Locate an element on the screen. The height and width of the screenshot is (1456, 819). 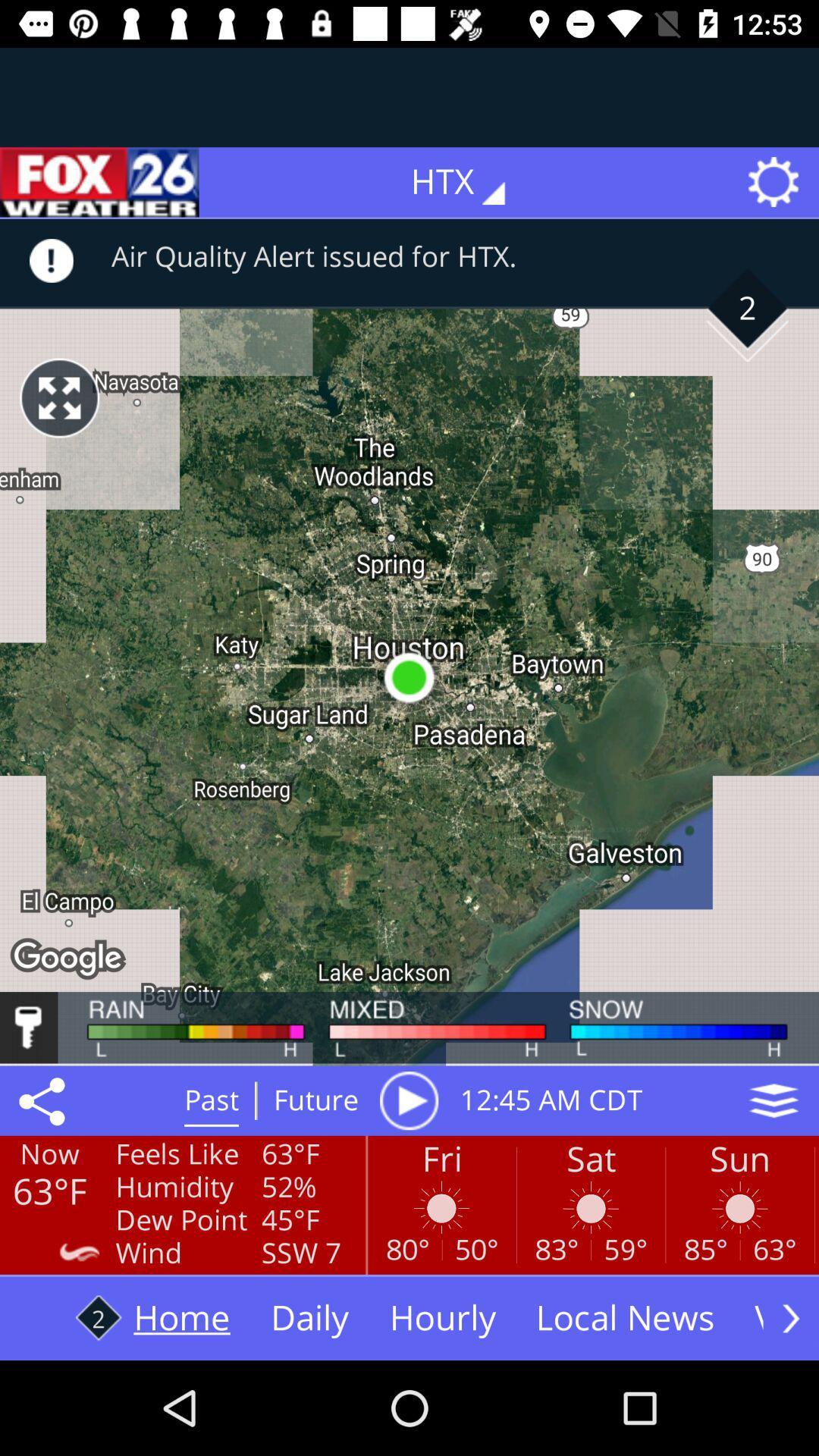
the arrow_forward icon is located at coordinates (790, 1317).